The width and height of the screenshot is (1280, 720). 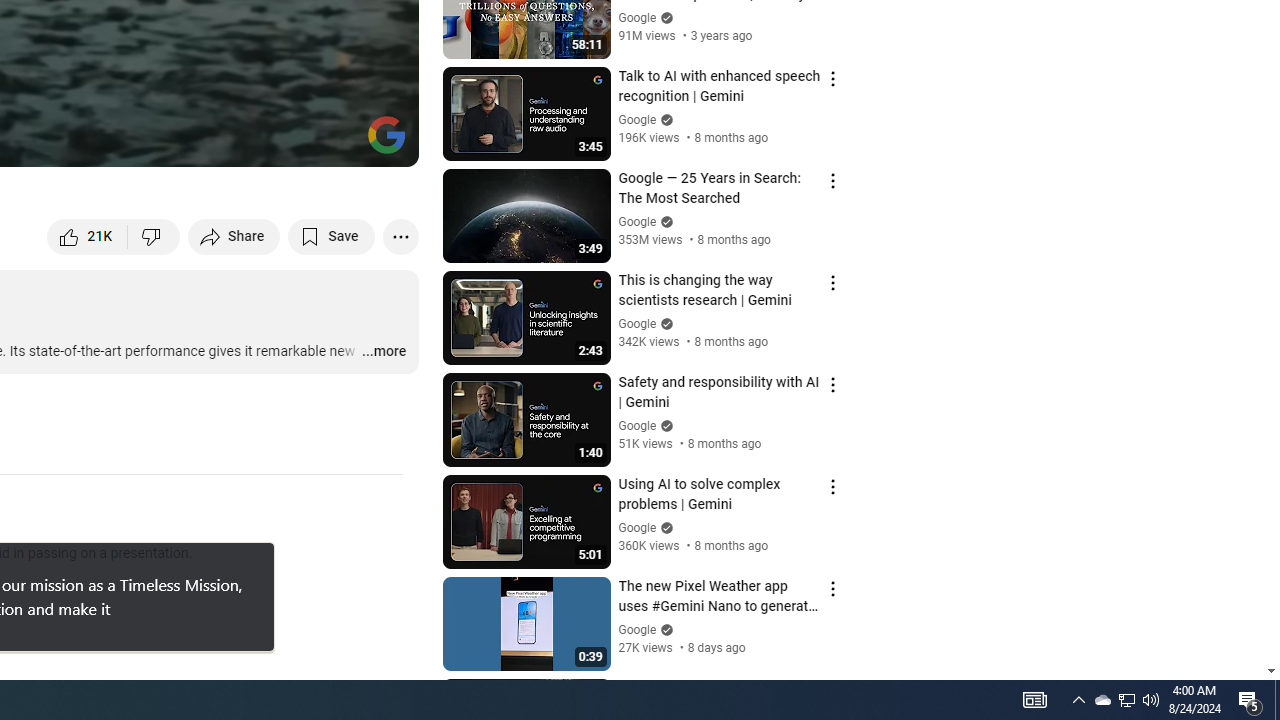 I want to click on 'Channel watermark', so click(x=386, y=135).